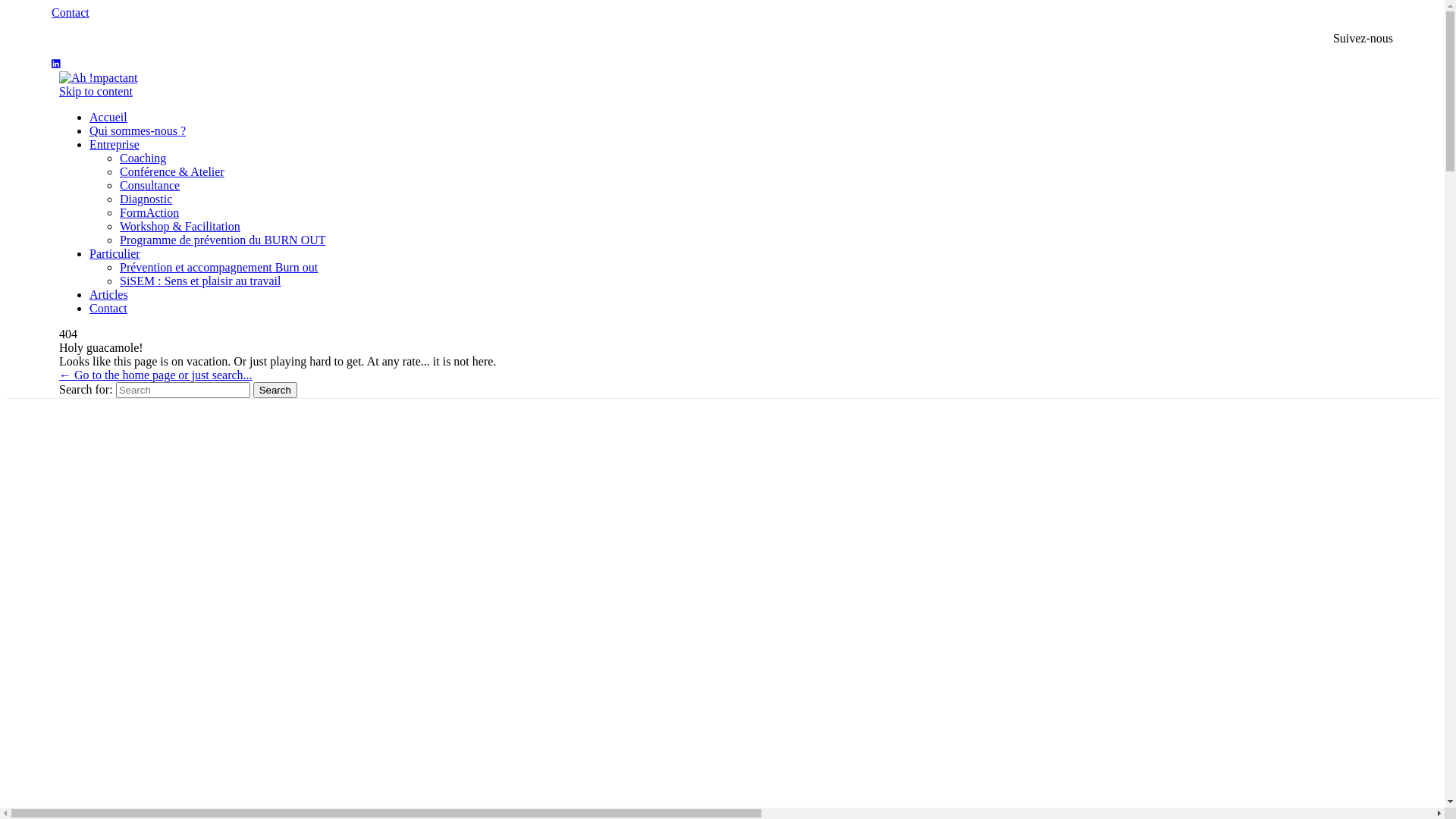 Image resolution: width=1456 pixels, height=819 pixels. I want to click on 'Ah !mpactant', so click(97, 77).